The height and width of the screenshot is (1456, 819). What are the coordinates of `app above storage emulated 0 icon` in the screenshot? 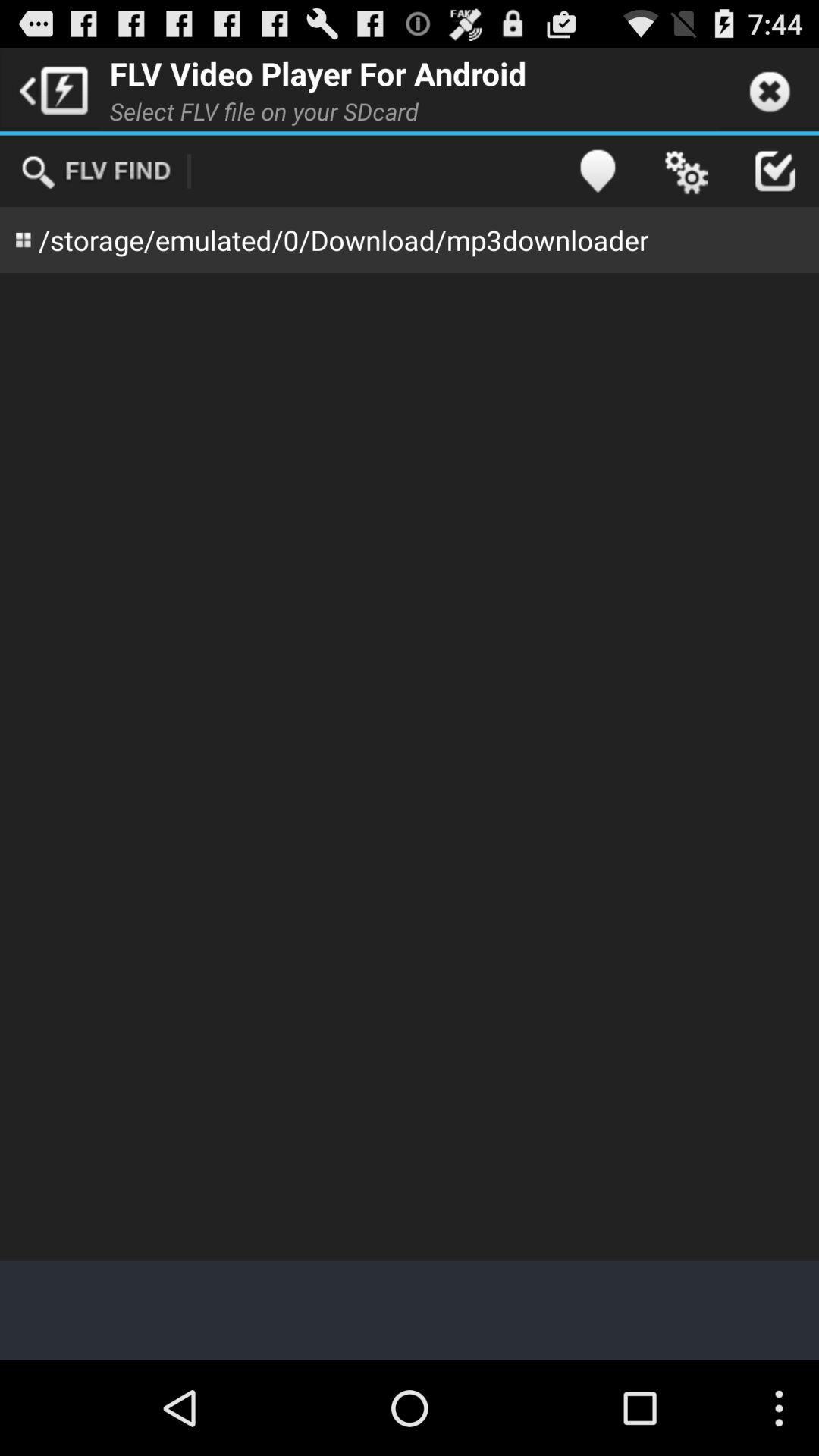 It's located at (686, 171).